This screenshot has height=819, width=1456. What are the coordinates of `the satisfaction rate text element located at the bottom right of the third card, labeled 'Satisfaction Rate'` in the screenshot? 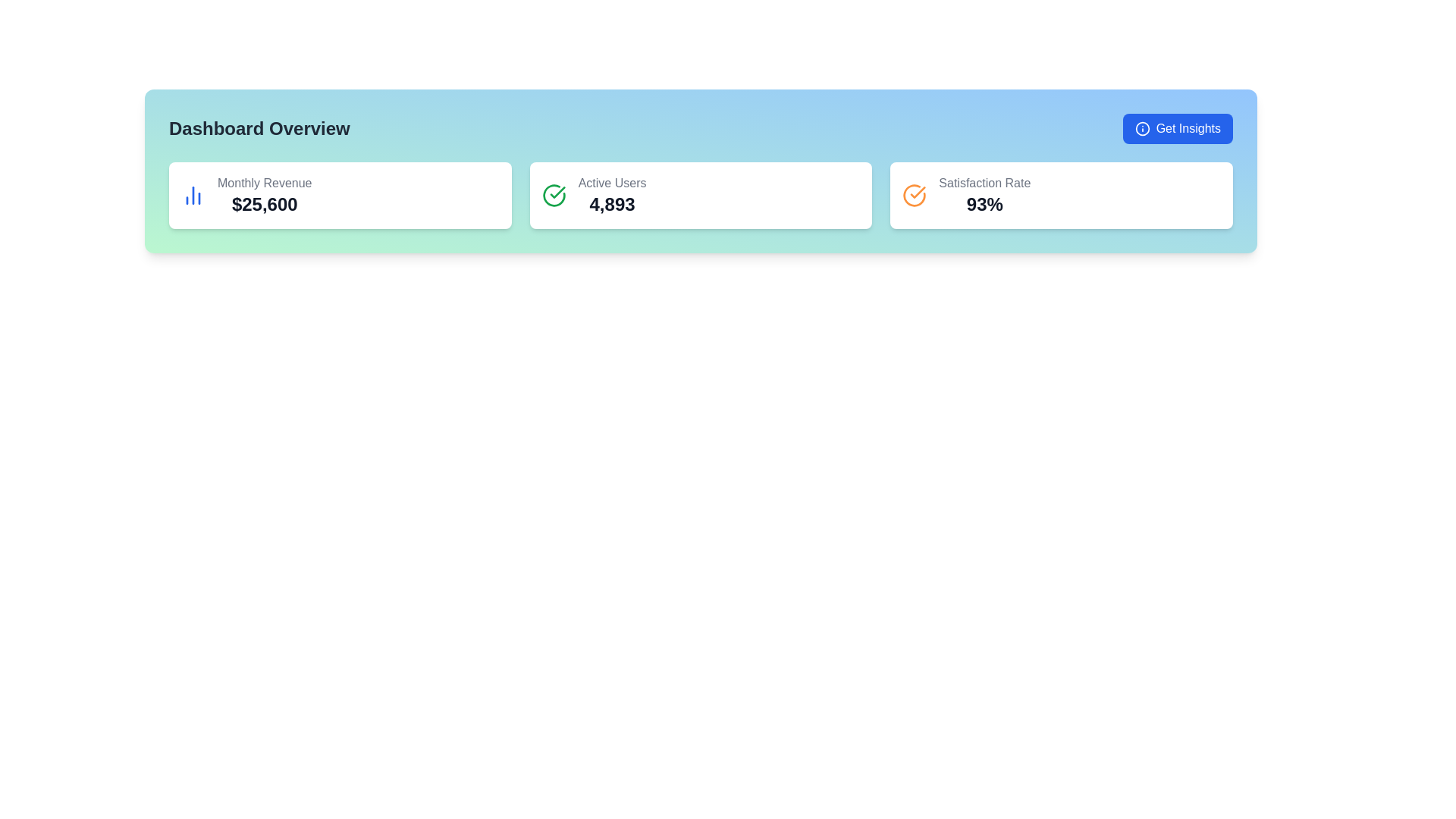 It's located at (984, 205).